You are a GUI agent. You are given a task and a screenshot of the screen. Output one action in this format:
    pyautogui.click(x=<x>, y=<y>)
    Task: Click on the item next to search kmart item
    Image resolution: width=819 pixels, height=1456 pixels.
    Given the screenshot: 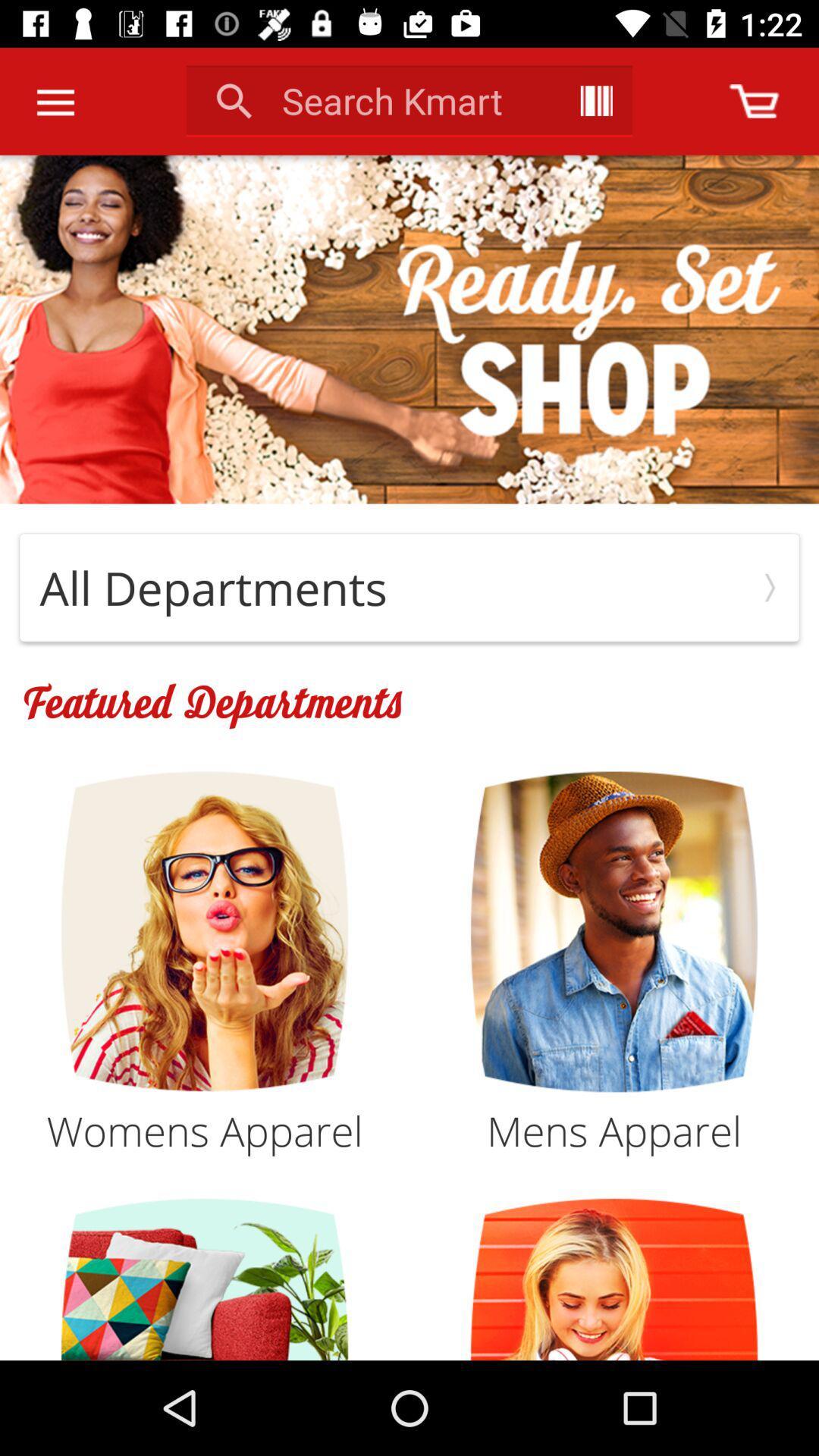 What is the action you would take?
    pyautogui.click(x=595, y=100)
    